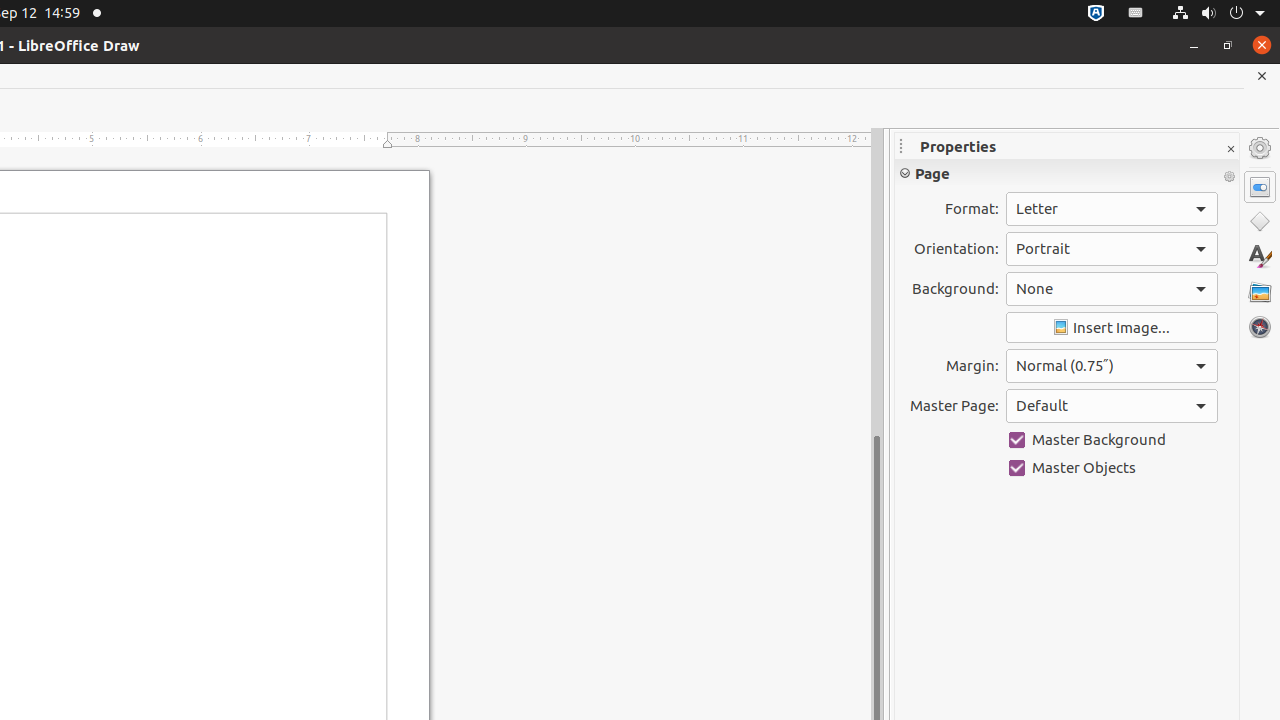 This screenshot has height=720, width=1280. I want to click on 'Navigator', so click(1259, 326).